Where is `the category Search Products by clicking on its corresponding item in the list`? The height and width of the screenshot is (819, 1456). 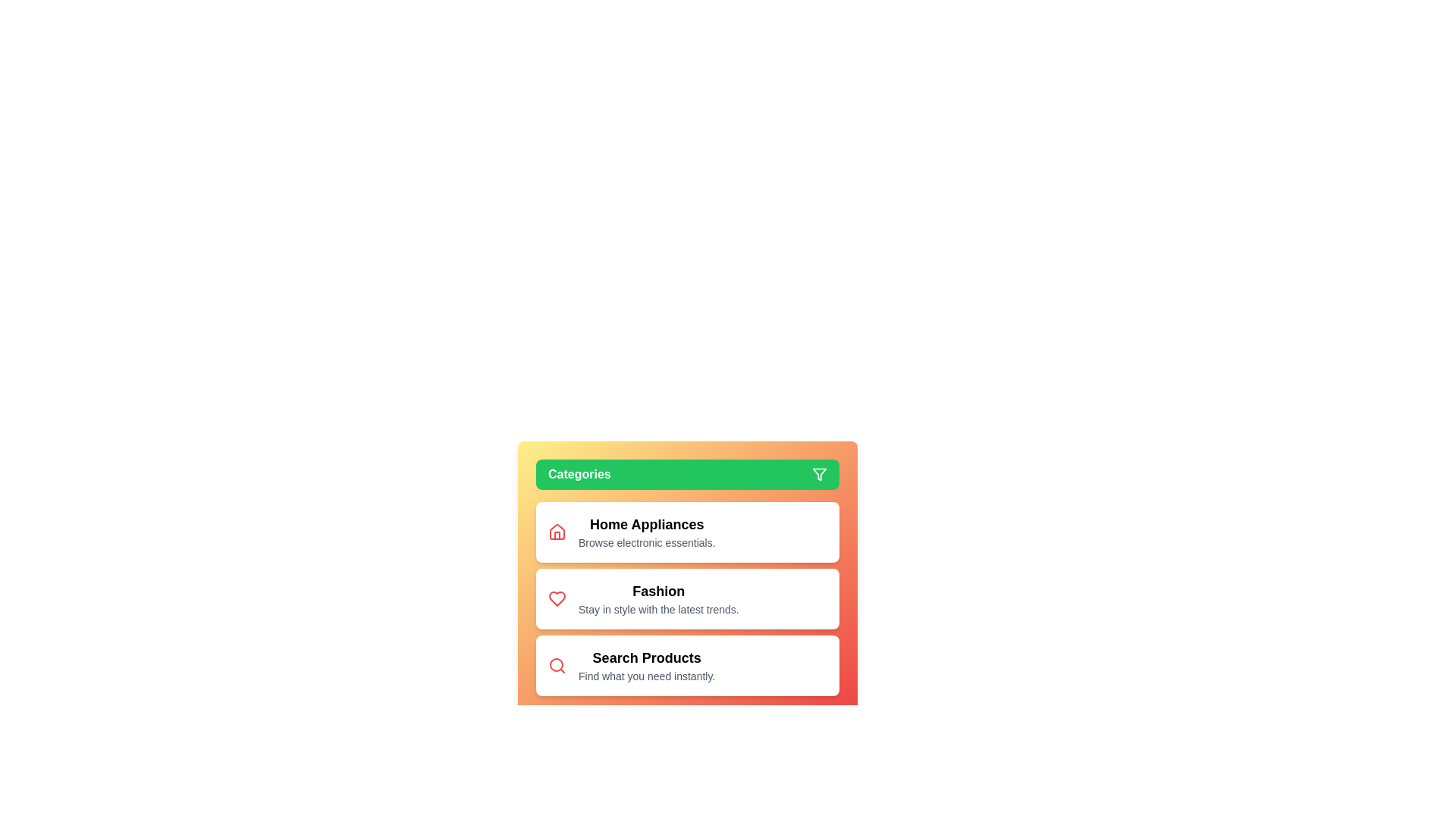
the category Search Products by clicking on its corresponding item in the list is located at coordinates (687, 665).